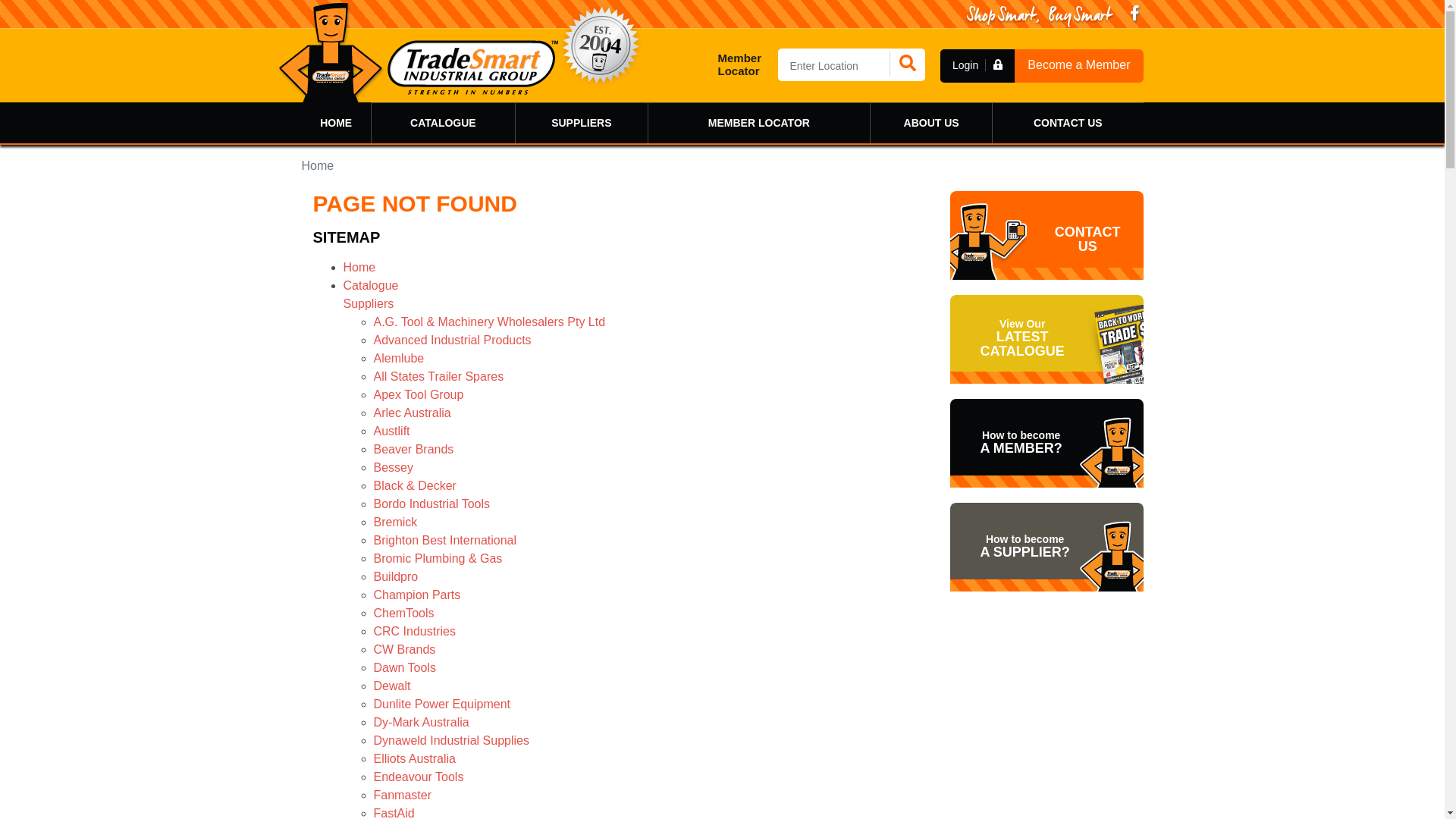 The image size is (1456, 819). What do you see at coordinates (372, 539) in the screenshot?
I see `'Brighton Best International'` at bounding box center [372, 539].